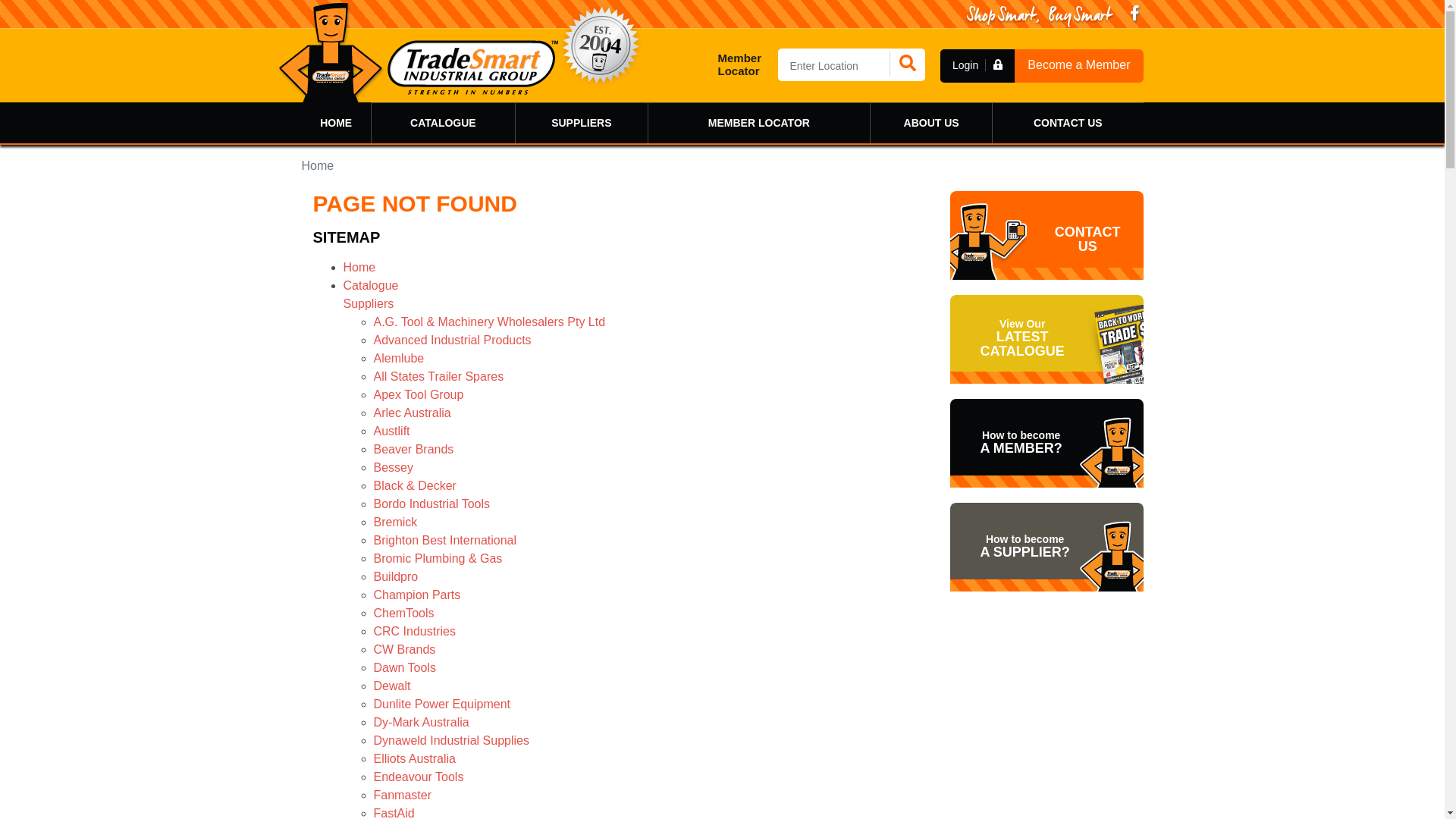 The image size is (1456, 819). What do you see at coordinates (372, 539) in the screenshot?
I see `'Brighton Best International'` at bounding box center [372, 539].